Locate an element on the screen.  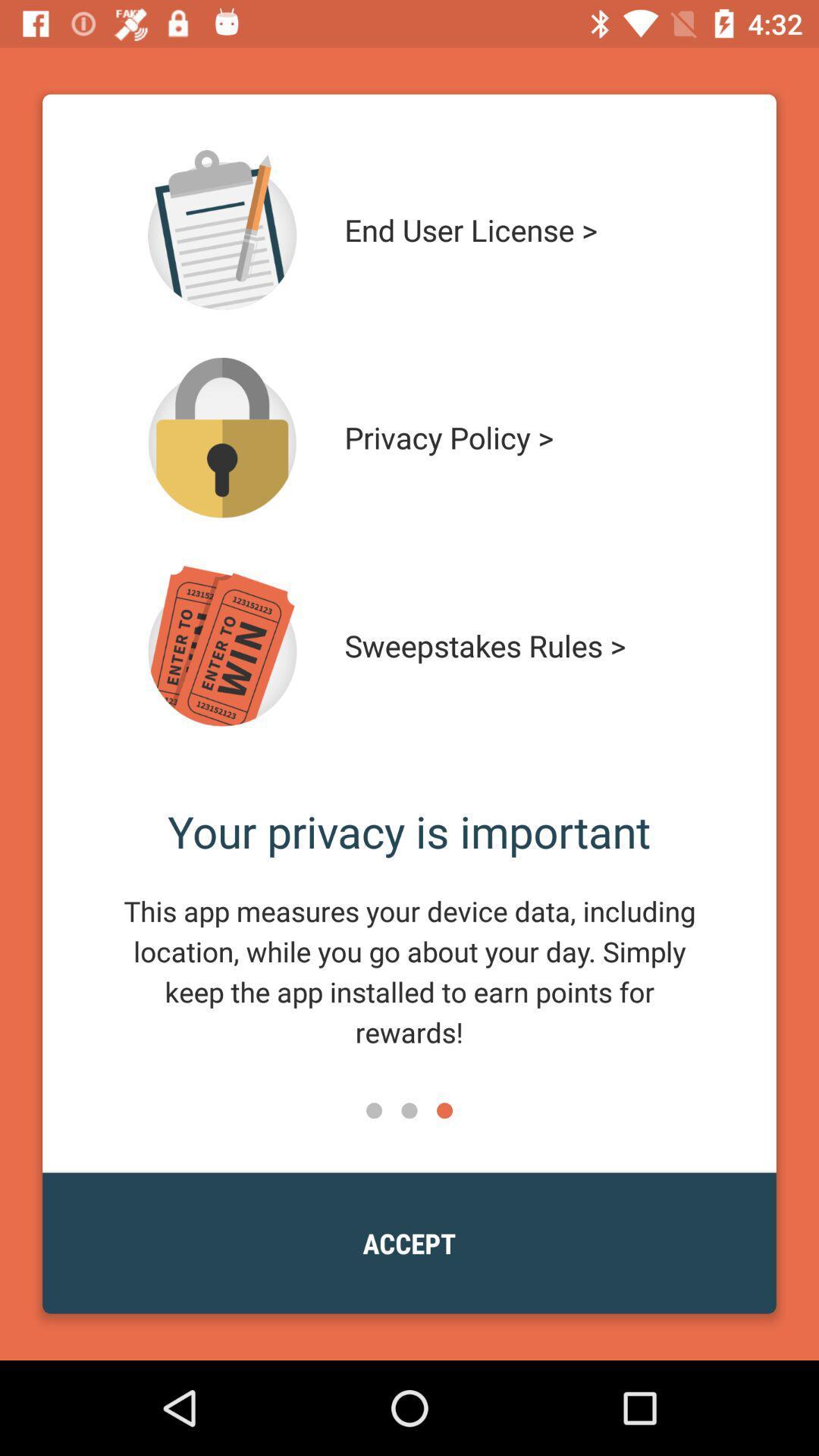
privacy policy > item is located at coordinates (513, 437).